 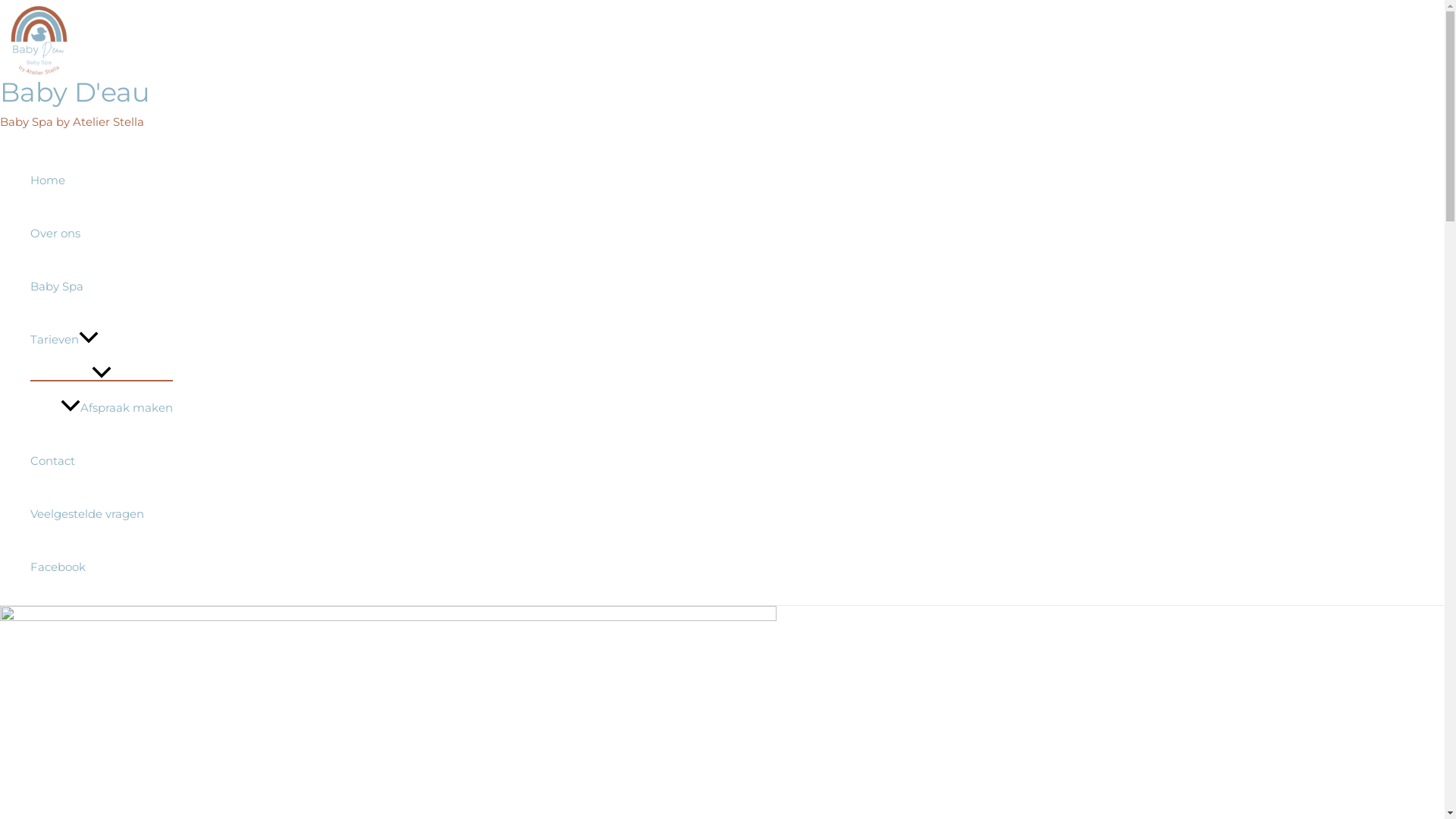 I want to click on 'Home', so click(x=101, y=180).